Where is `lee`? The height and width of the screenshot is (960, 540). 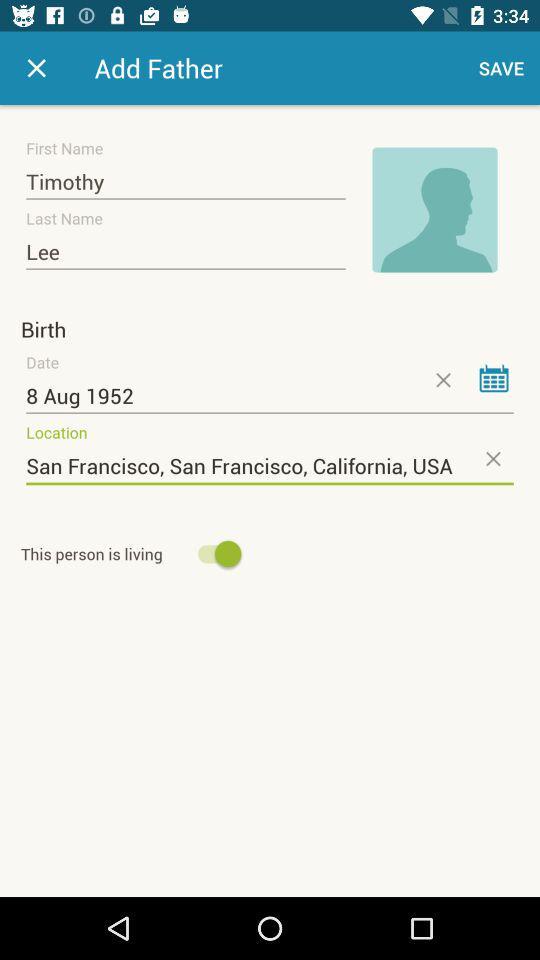
lee is located at coordinates (185, 251).